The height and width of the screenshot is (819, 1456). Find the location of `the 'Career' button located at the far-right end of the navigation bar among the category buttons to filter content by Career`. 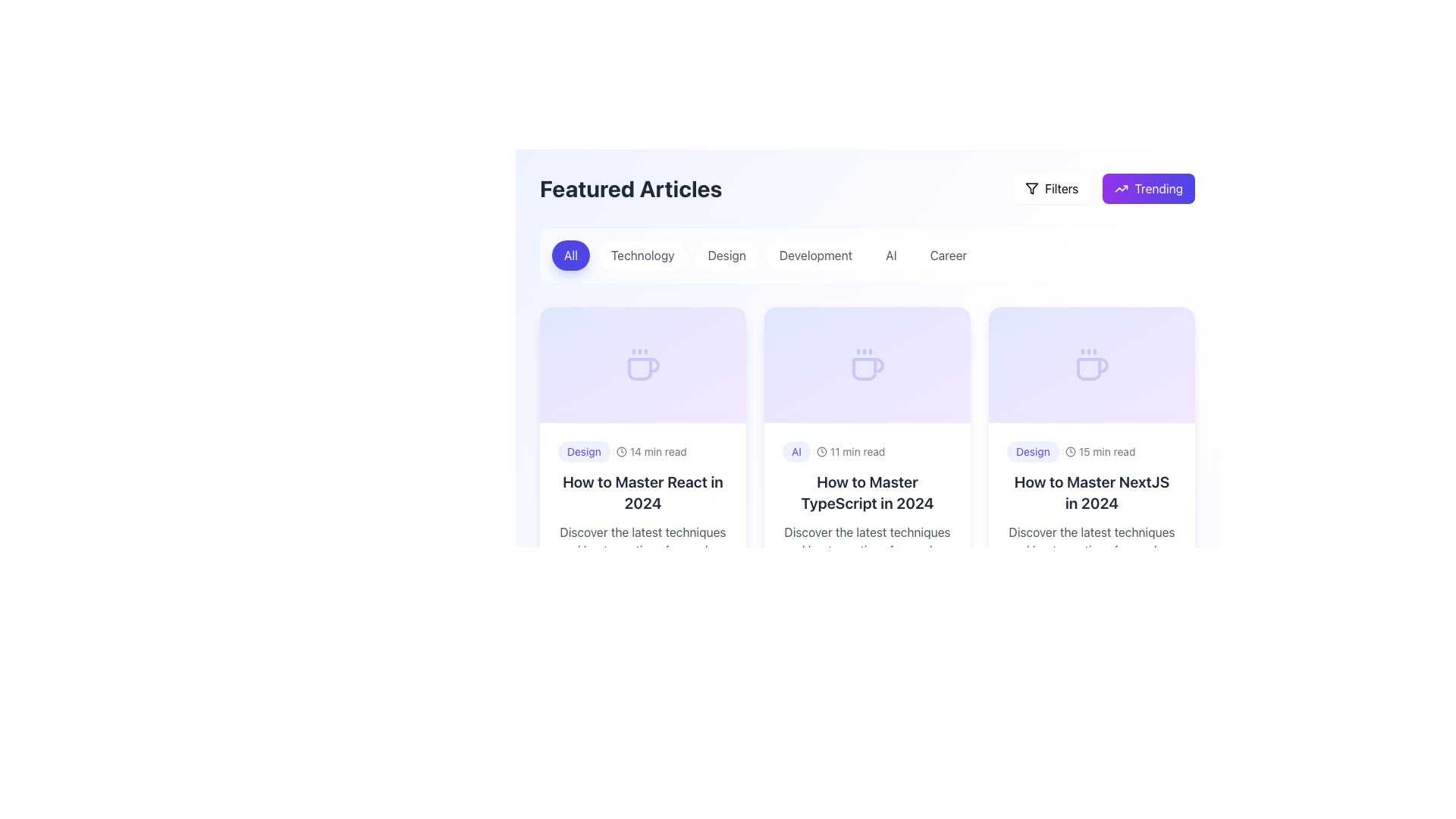

the 'Career' button located at the far-right end of the navigation bar among the category buttons to filter content by Career is located at coordinates (946, 254).